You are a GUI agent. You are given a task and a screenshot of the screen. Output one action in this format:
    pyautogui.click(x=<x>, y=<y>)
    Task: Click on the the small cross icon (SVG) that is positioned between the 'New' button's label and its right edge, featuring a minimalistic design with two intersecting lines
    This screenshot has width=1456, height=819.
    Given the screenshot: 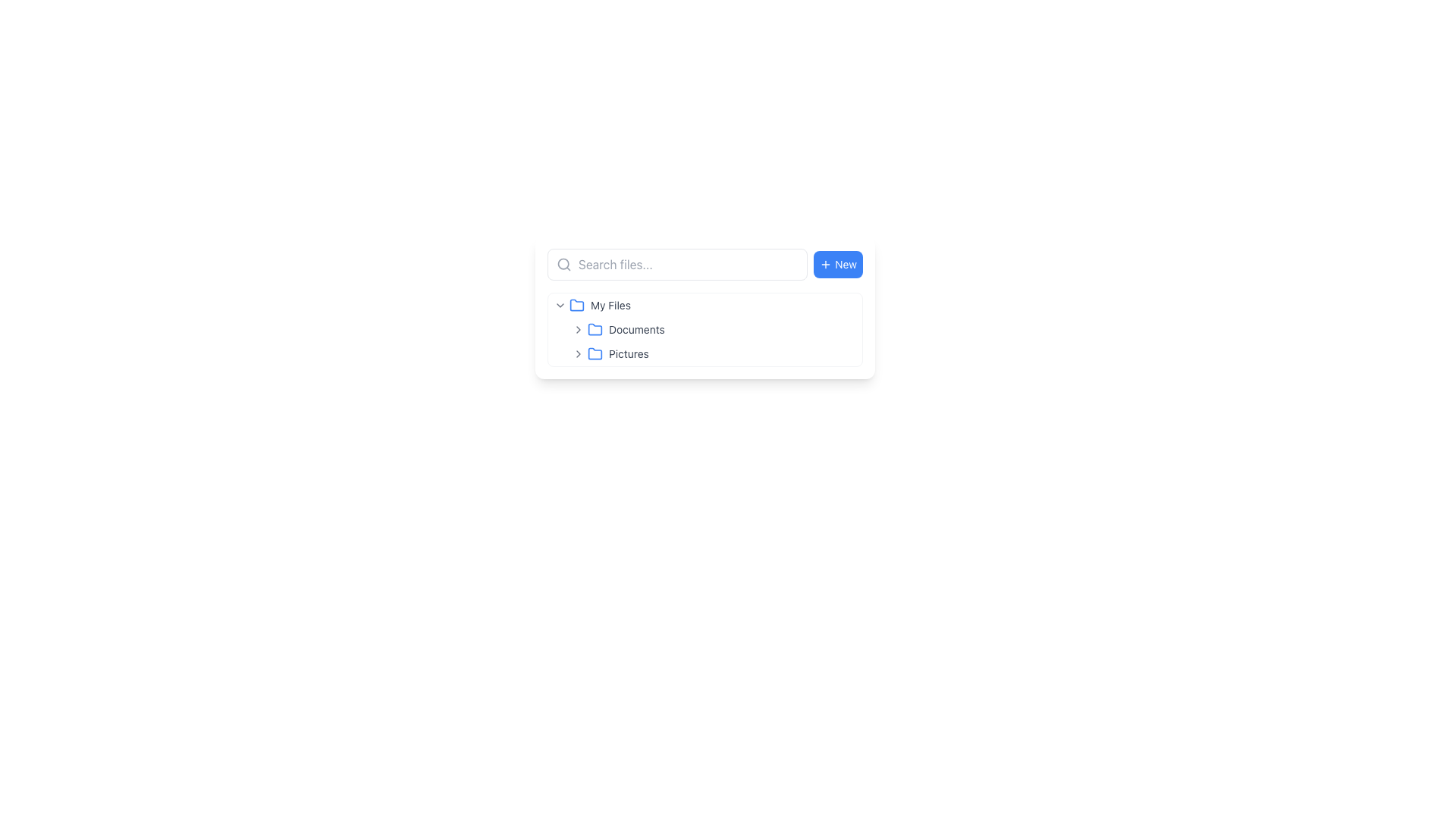 What is the action you would take?
    pyautogui.click(x=825, y=263)
    